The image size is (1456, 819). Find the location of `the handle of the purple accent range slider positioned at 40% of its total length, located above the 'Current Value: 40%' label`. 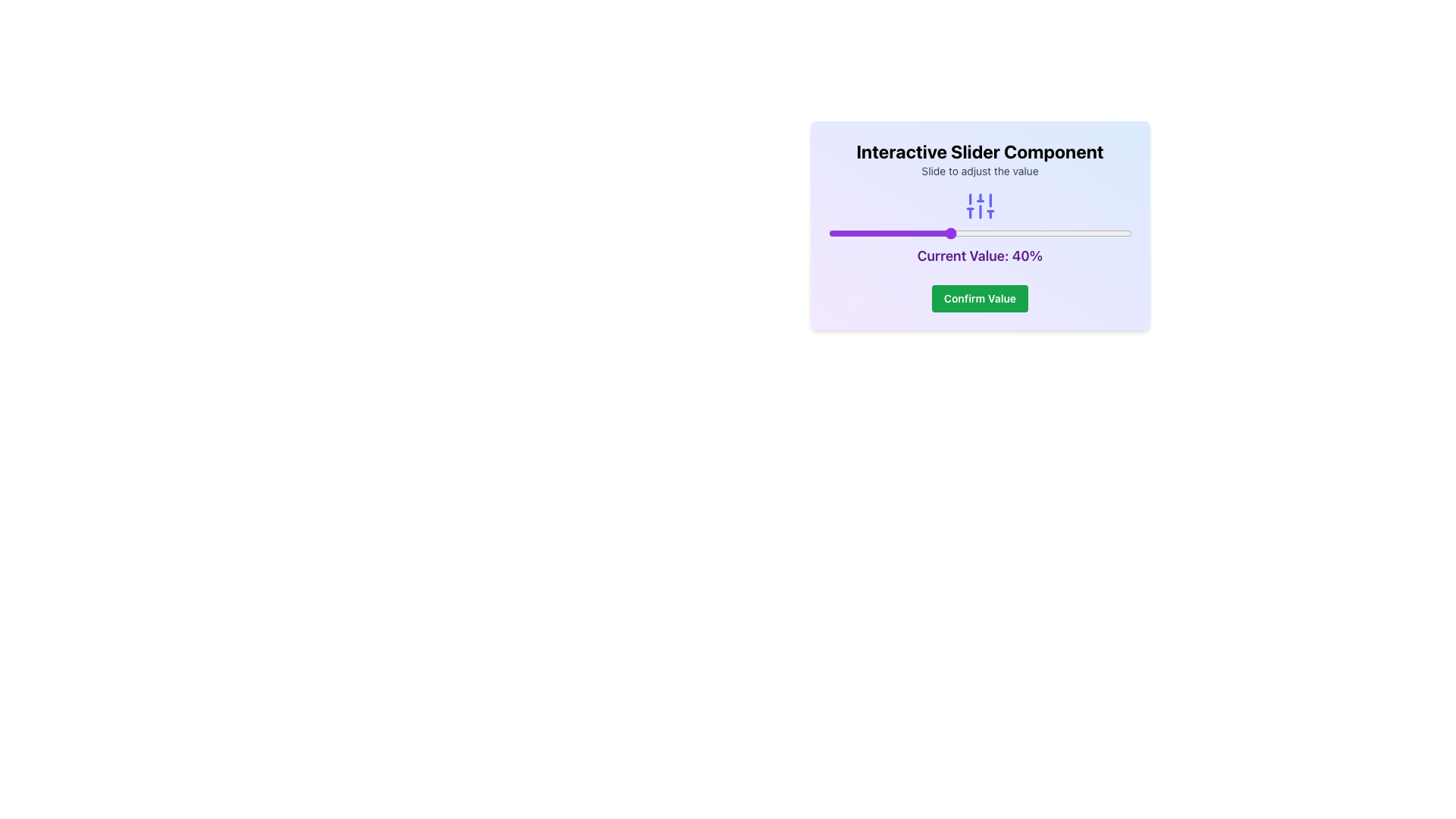

the handle of the purple accent range slider positioned at 40% of its total length, located above the 'Current Value: 40%' label is located at coordinates (980, 234).